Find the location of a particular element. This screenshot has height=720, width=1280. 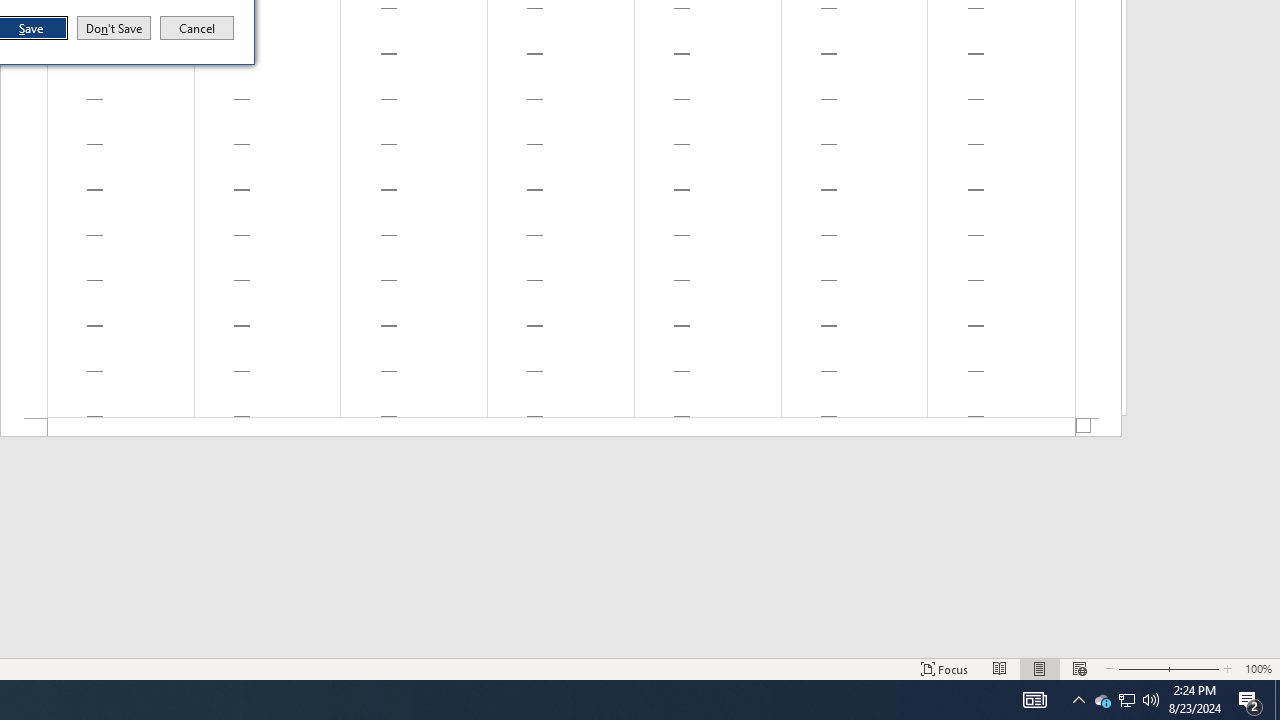

'Don' is located at coordinates (112, 28).